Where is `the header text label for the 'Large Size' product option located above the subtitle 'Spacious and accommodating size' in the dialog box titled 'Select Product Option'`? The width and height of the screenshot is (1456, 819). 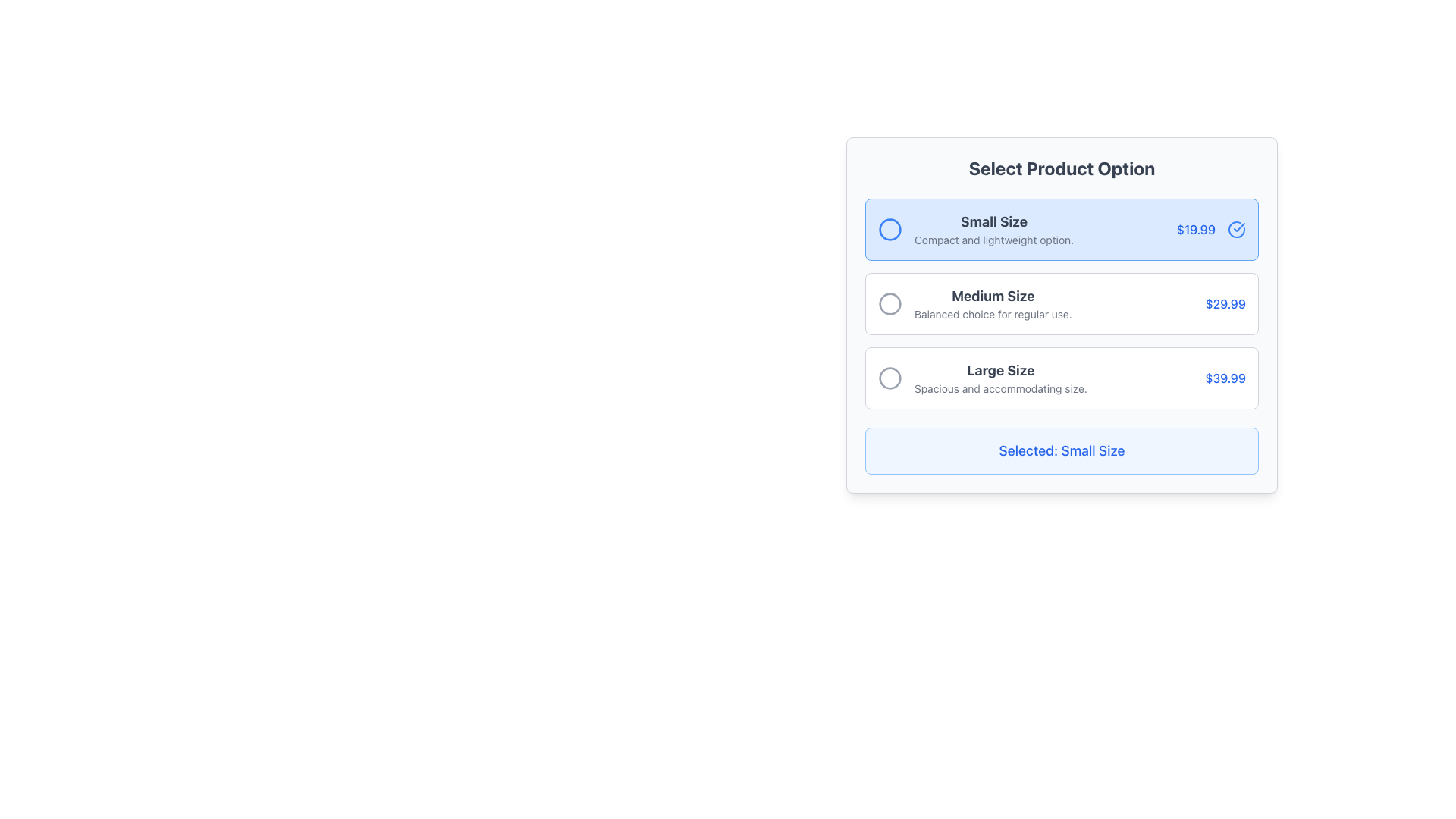 the header text label for the 'Large Size' product option located above the subtitle 'Spacious and accommodating size' in the dialog box titled 'Select Product Option' is located at coordinates (1001, 371).